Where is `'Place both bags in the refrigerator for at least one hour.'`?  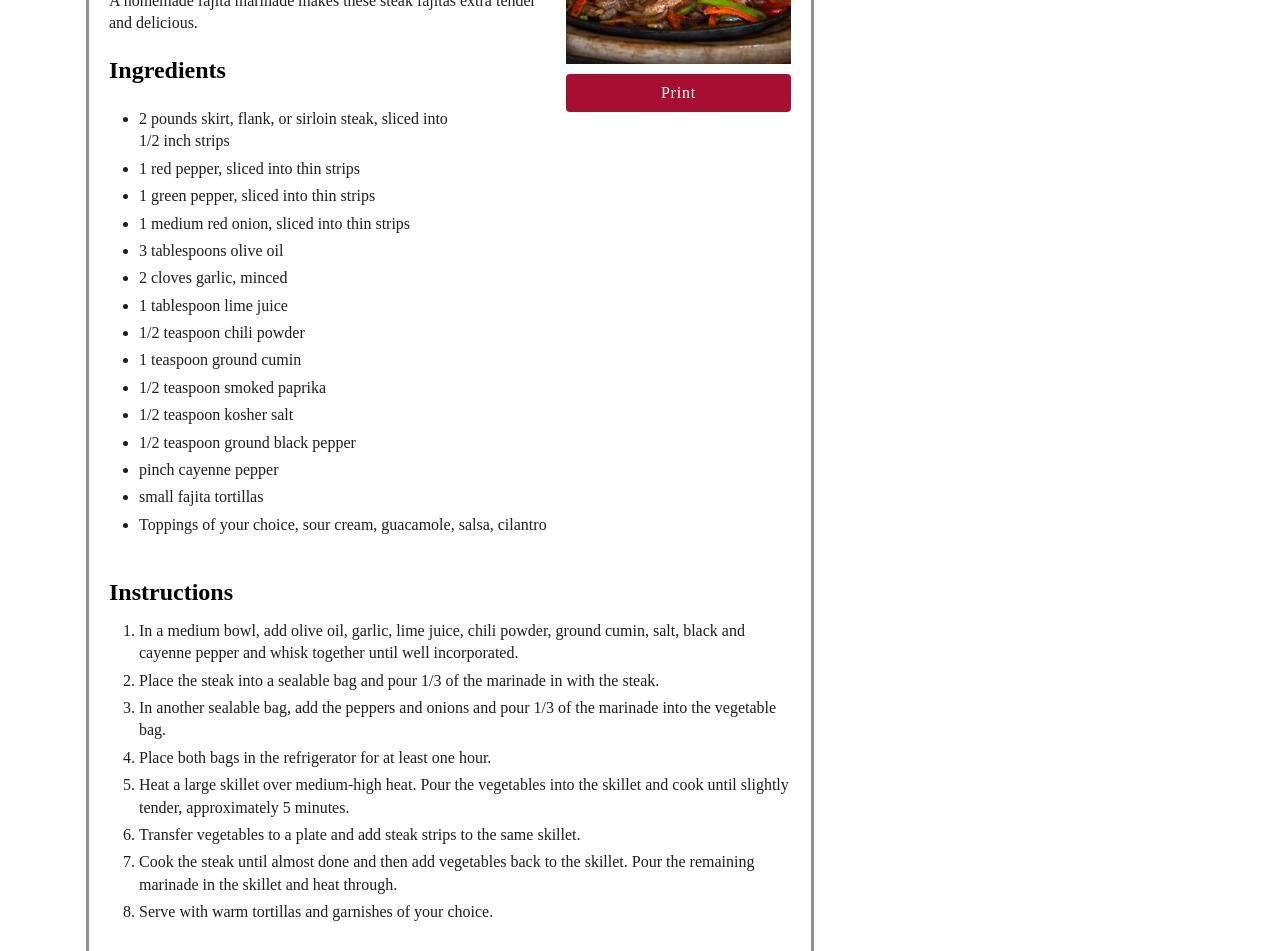
'Place both bags in the refrigerator for at least one hour.' is located at coordinates (314, 755).